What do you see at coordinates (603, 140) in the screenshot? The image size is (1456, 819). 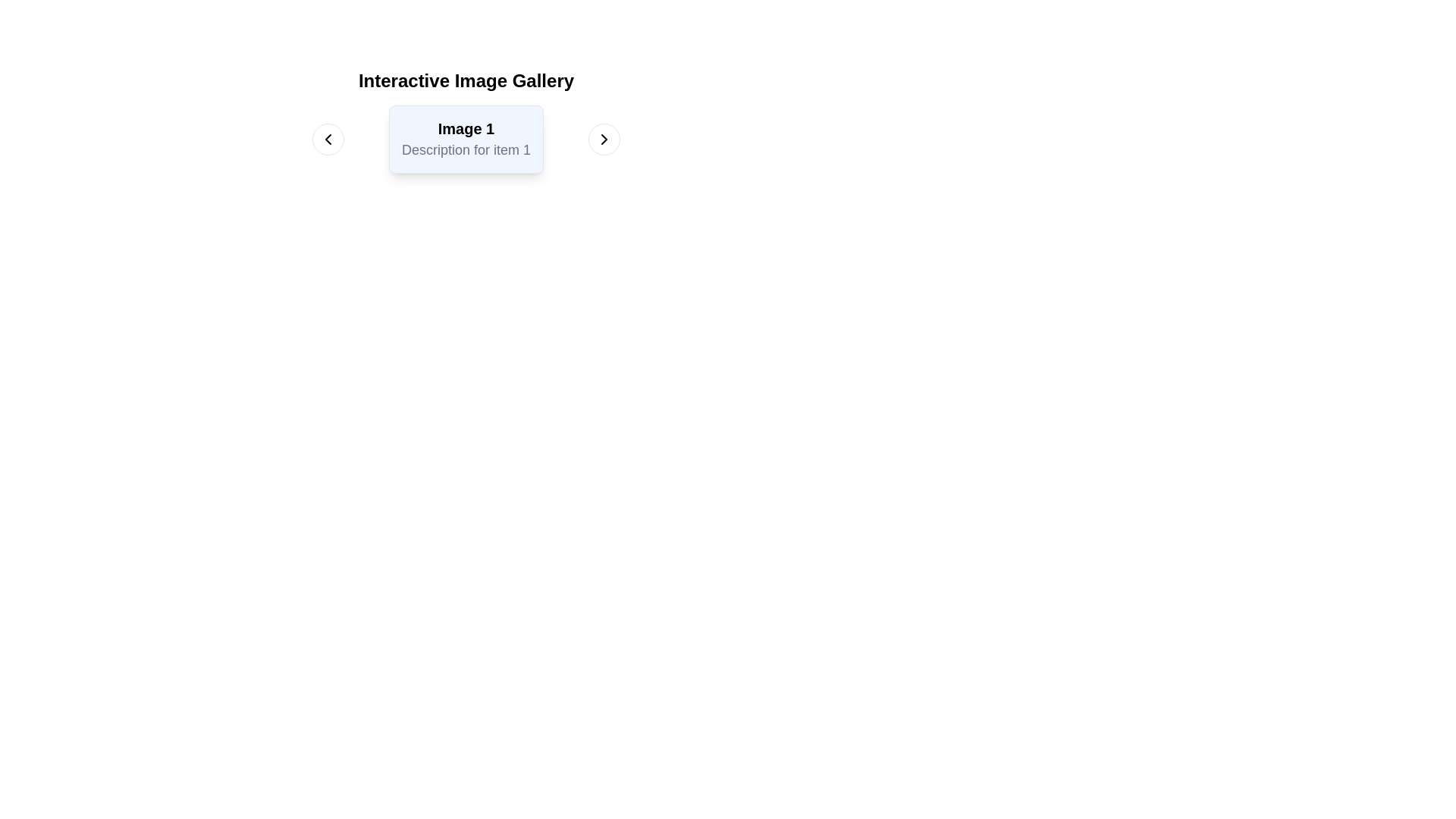 I see `the Chevron Arrow icon` at bounding box center [603, 140].